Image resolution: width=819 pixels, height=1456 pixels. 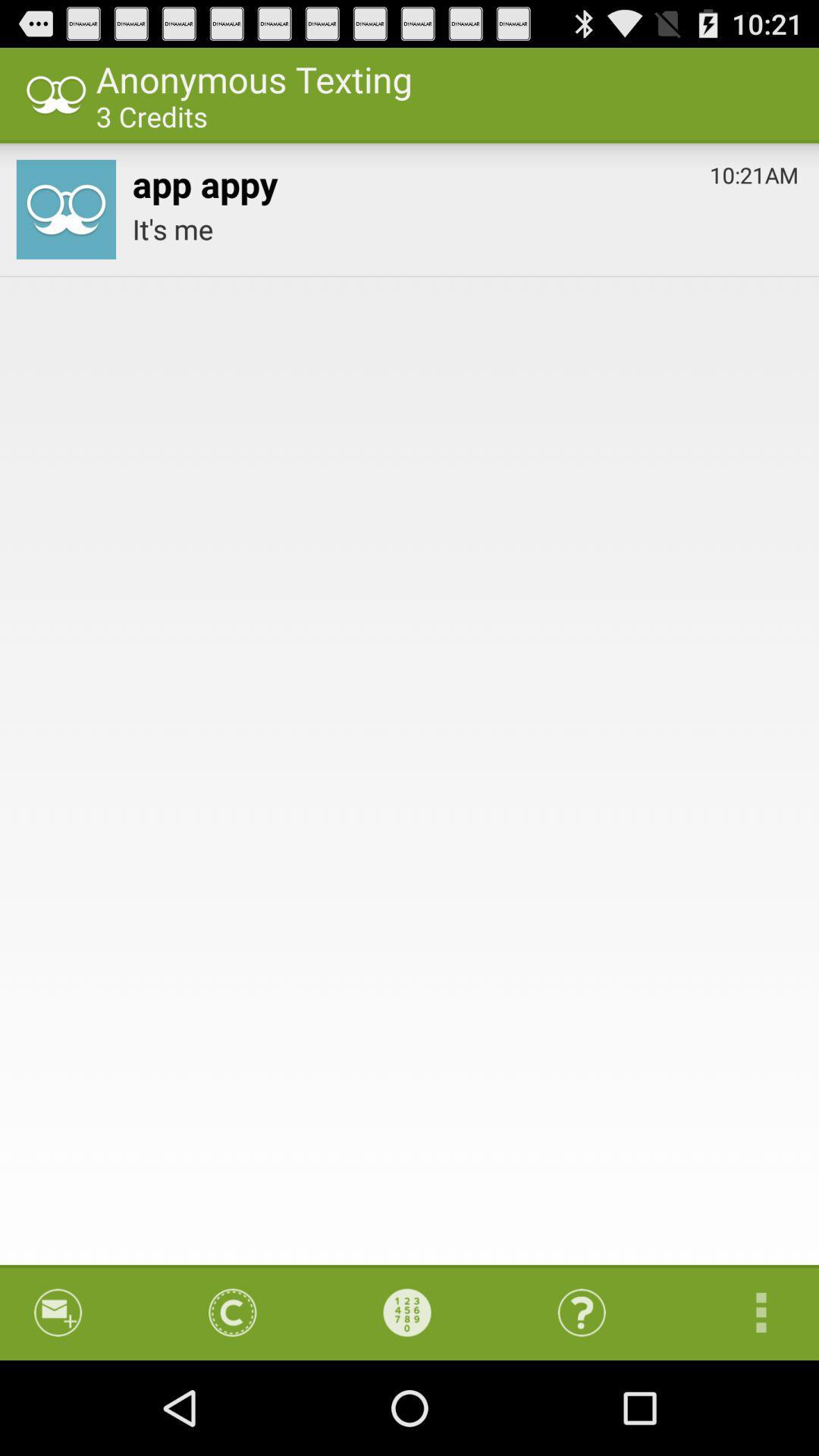 What do you see at coordinates (754, 171) in the screenshot?
I see `app above the it's me icon` at bounding box center [754, 171].